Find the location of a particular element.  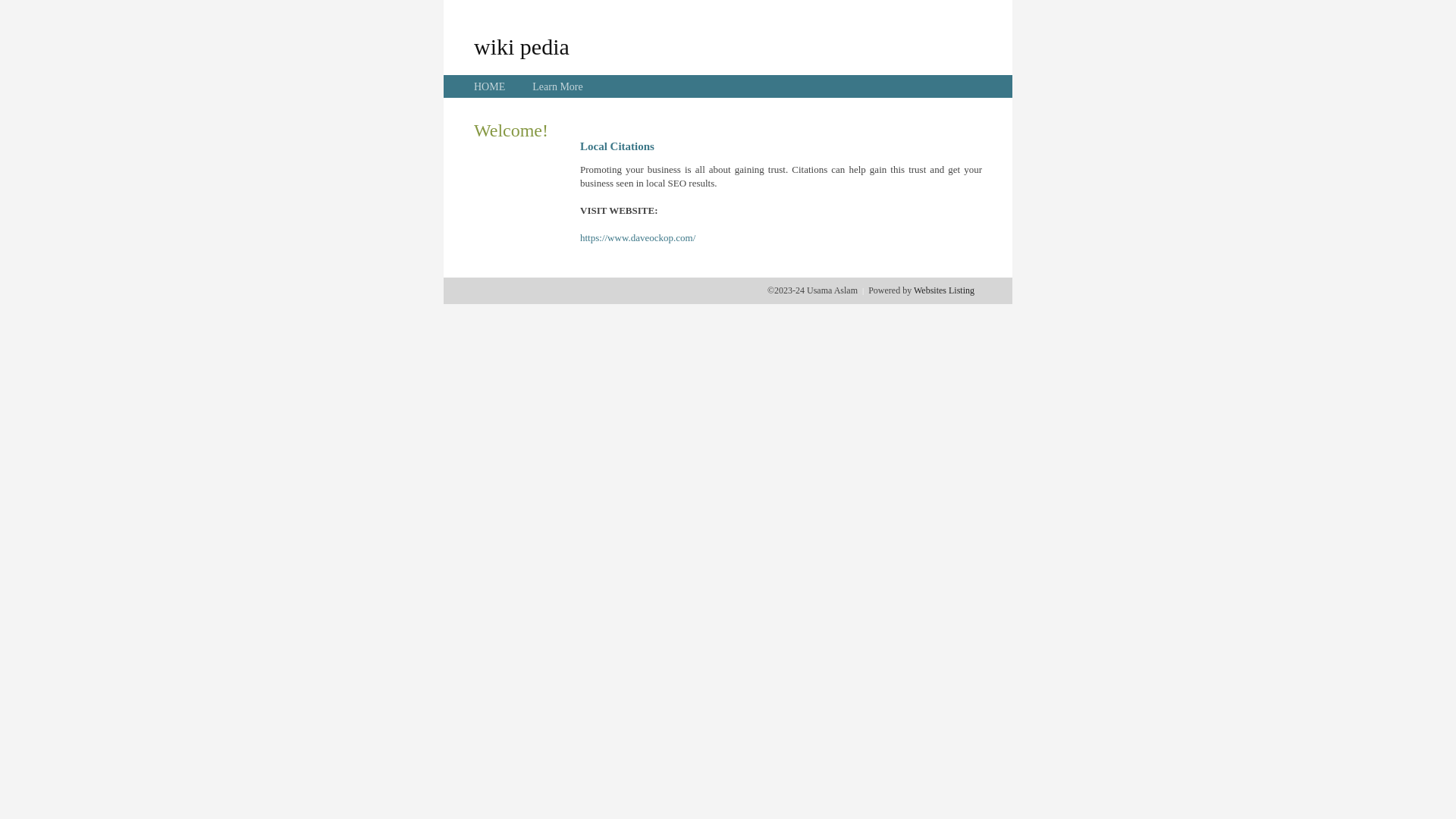

'HOME' is located at coordinates (489, 86).